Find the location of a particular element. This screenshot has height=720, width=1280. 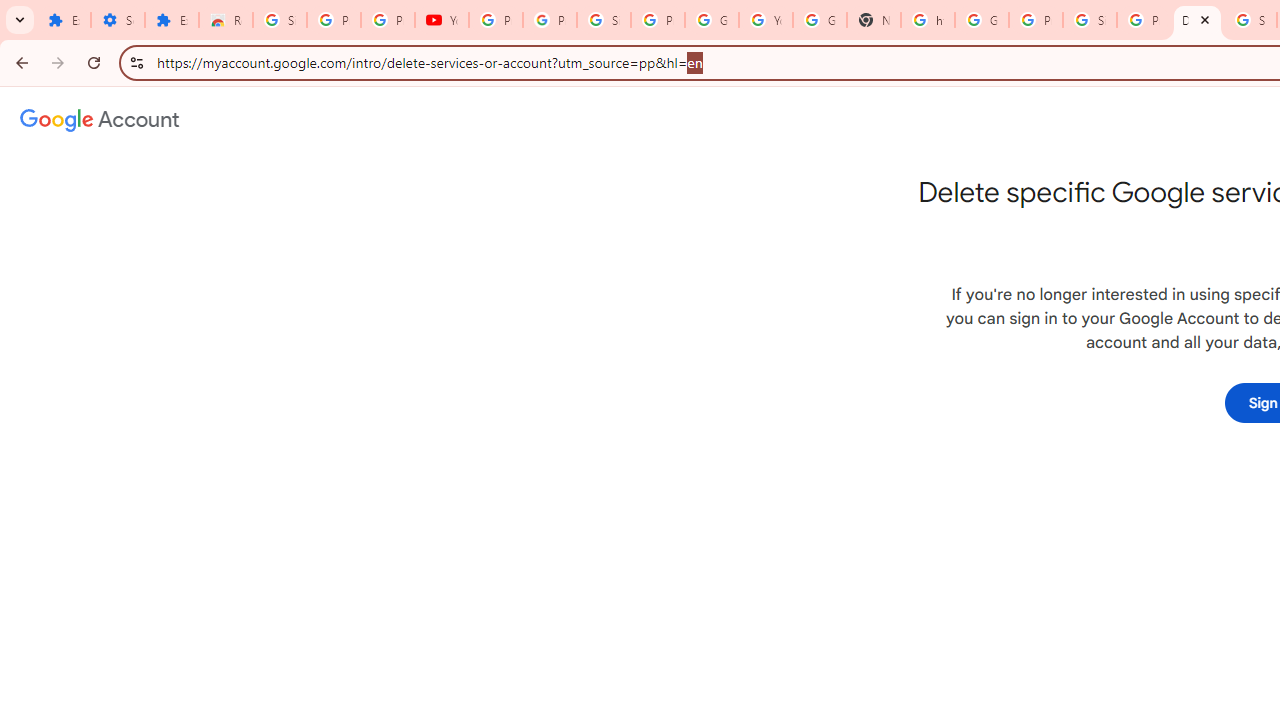

'Sign in - Google Accounts' is located at coordinates (279, 20).